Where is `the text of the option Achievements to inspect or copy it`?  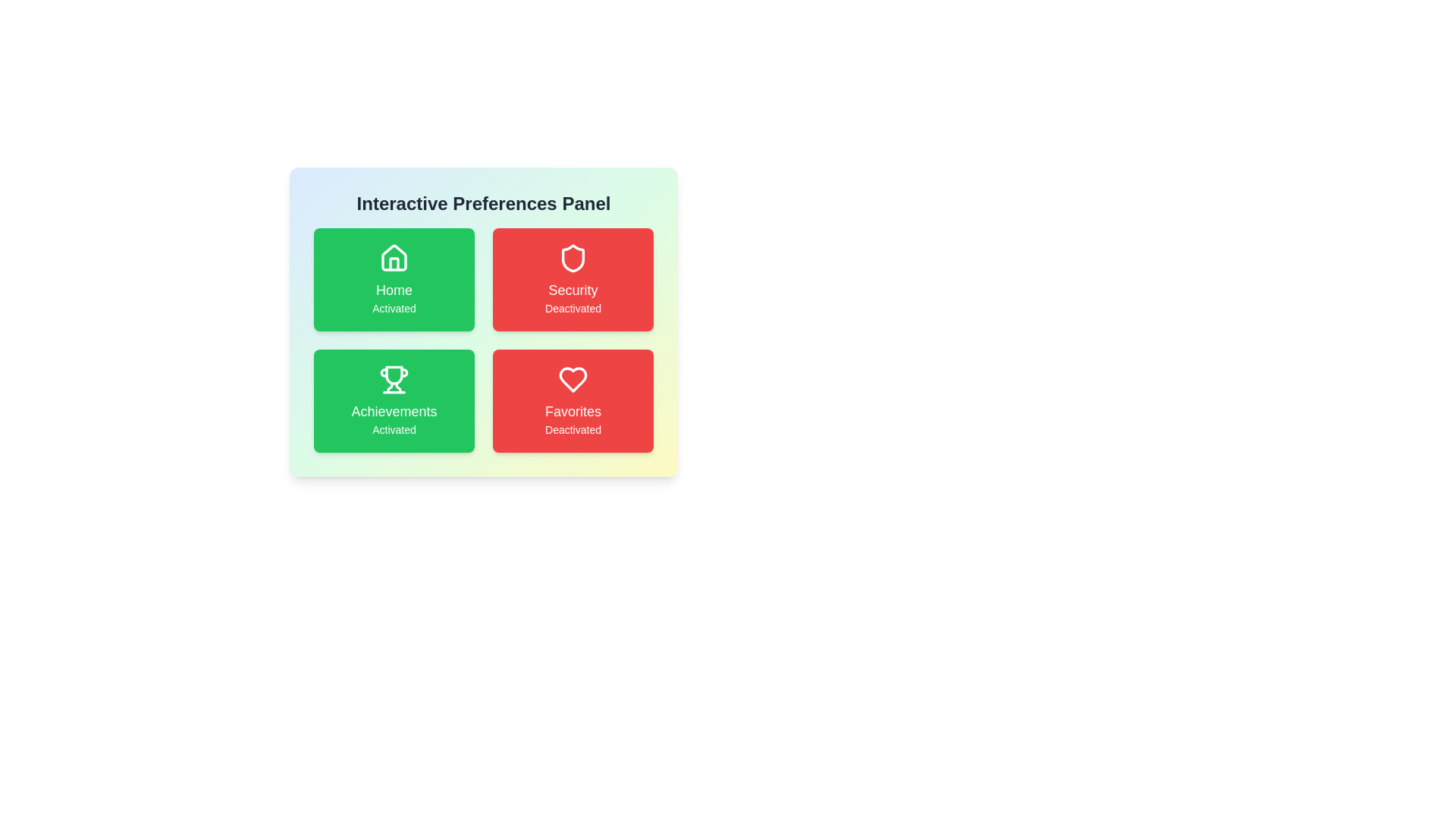
the text of the option Achievements to inspect or copy it is located at coordinates (394, 400).